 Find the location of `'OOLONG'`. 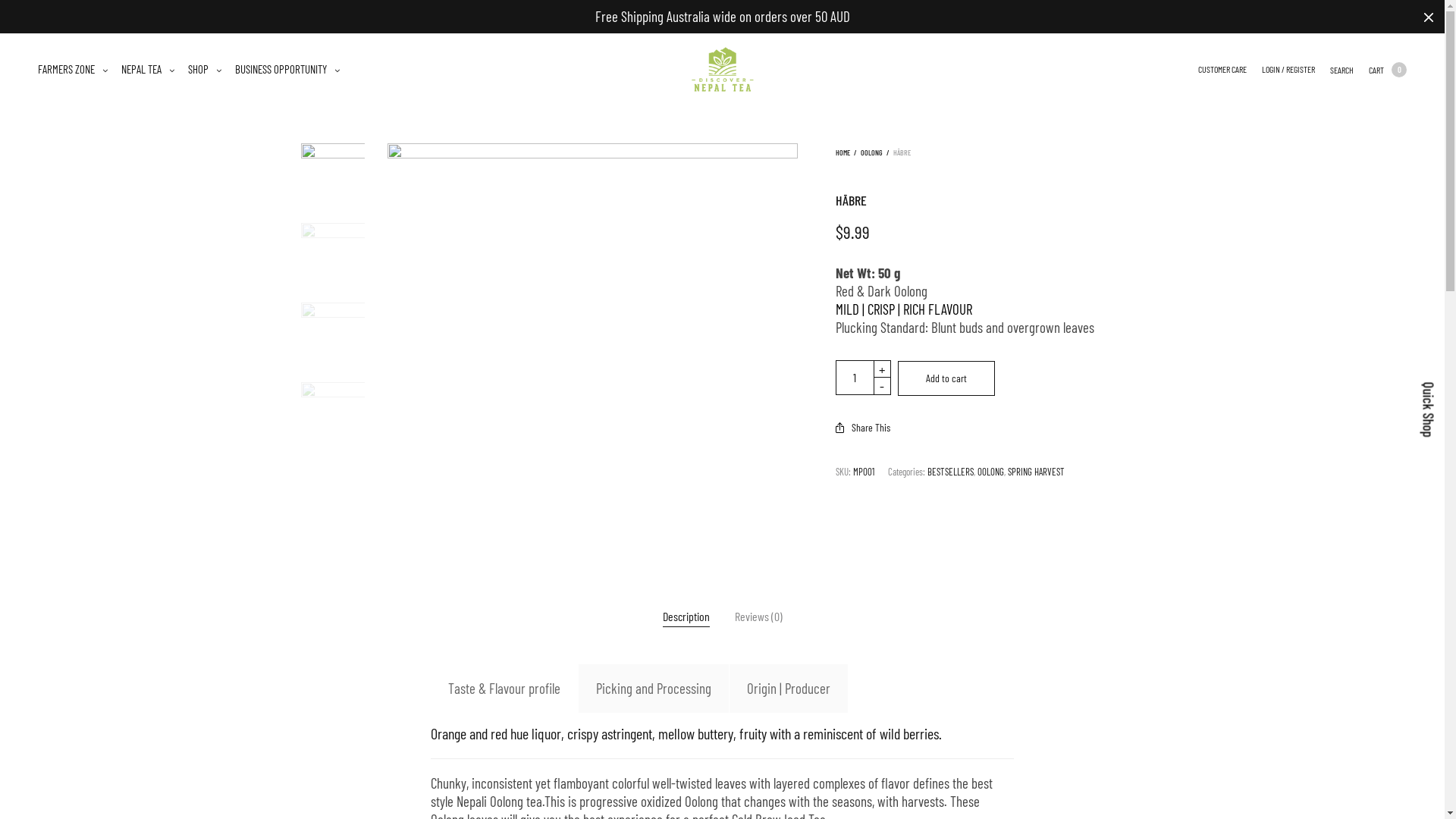

'OOLONG' is located at coordinates (990, 470).